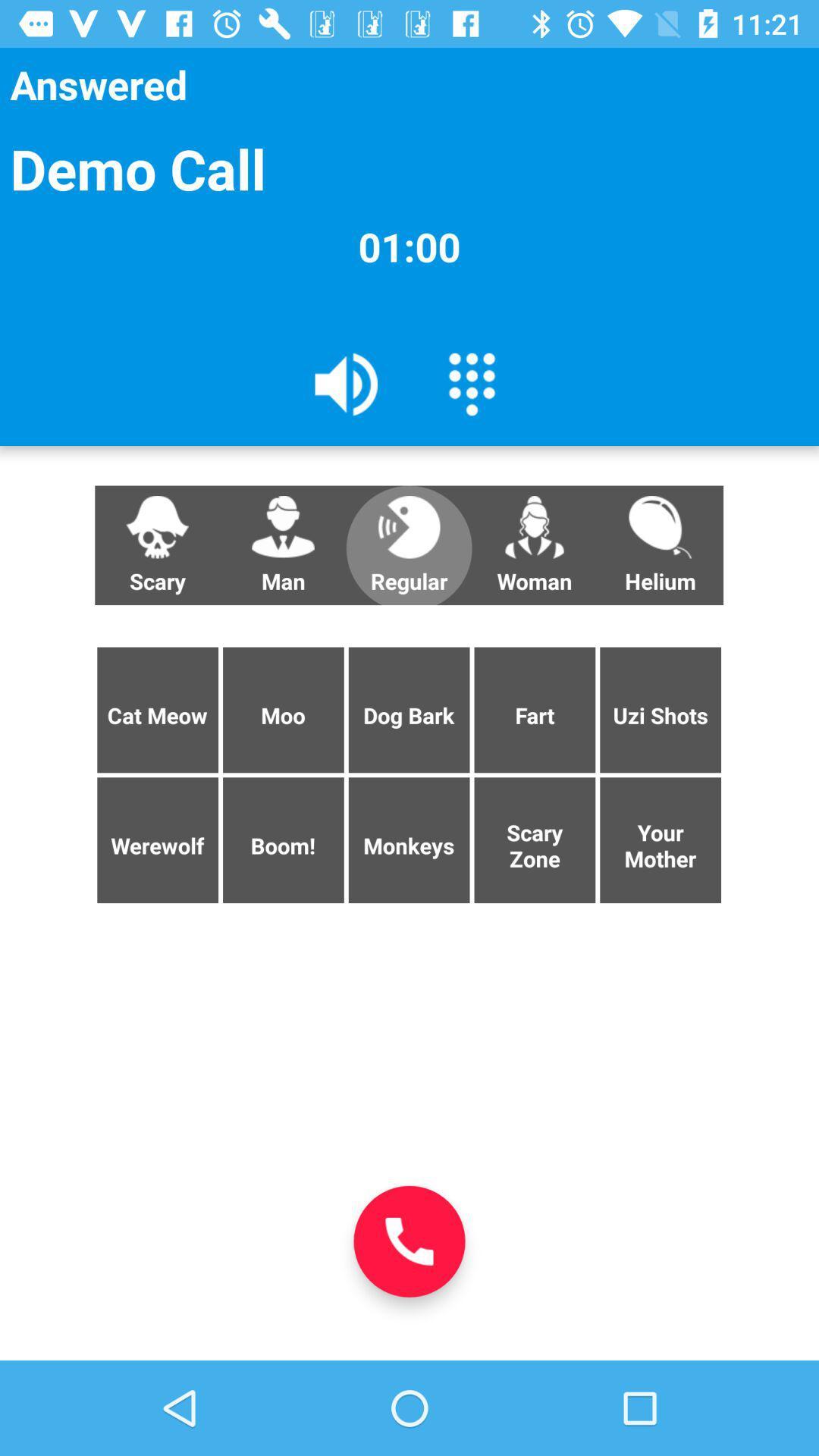 This screenshot has width=819, height=1456. What do you see at coordinates (471, 383) in the screenshot?
I see `button above the regular` at bounding box center [471, 383].